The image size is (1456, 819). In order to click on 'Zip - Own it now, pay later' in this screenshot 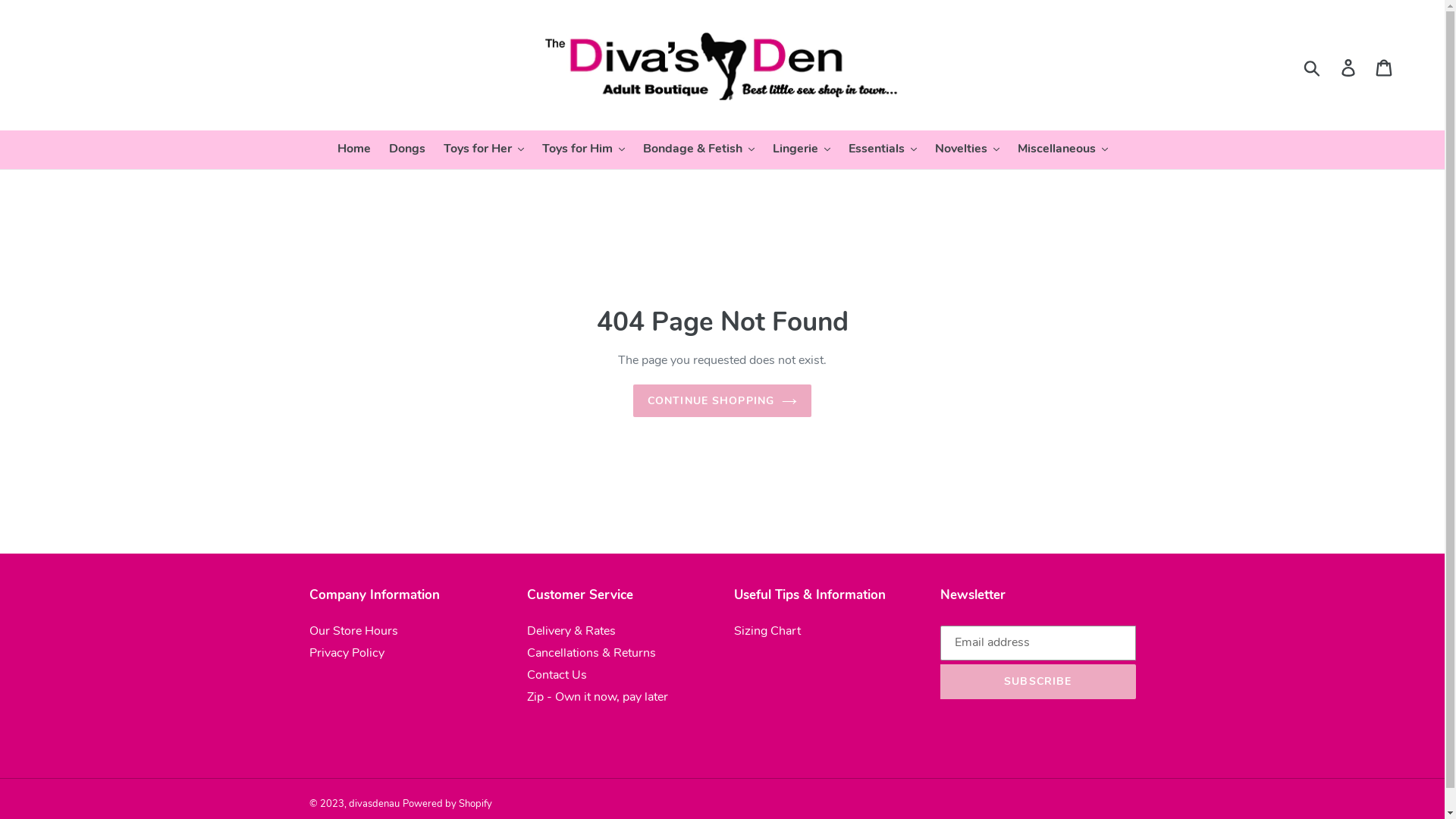, I will do `click(596, 698)`.